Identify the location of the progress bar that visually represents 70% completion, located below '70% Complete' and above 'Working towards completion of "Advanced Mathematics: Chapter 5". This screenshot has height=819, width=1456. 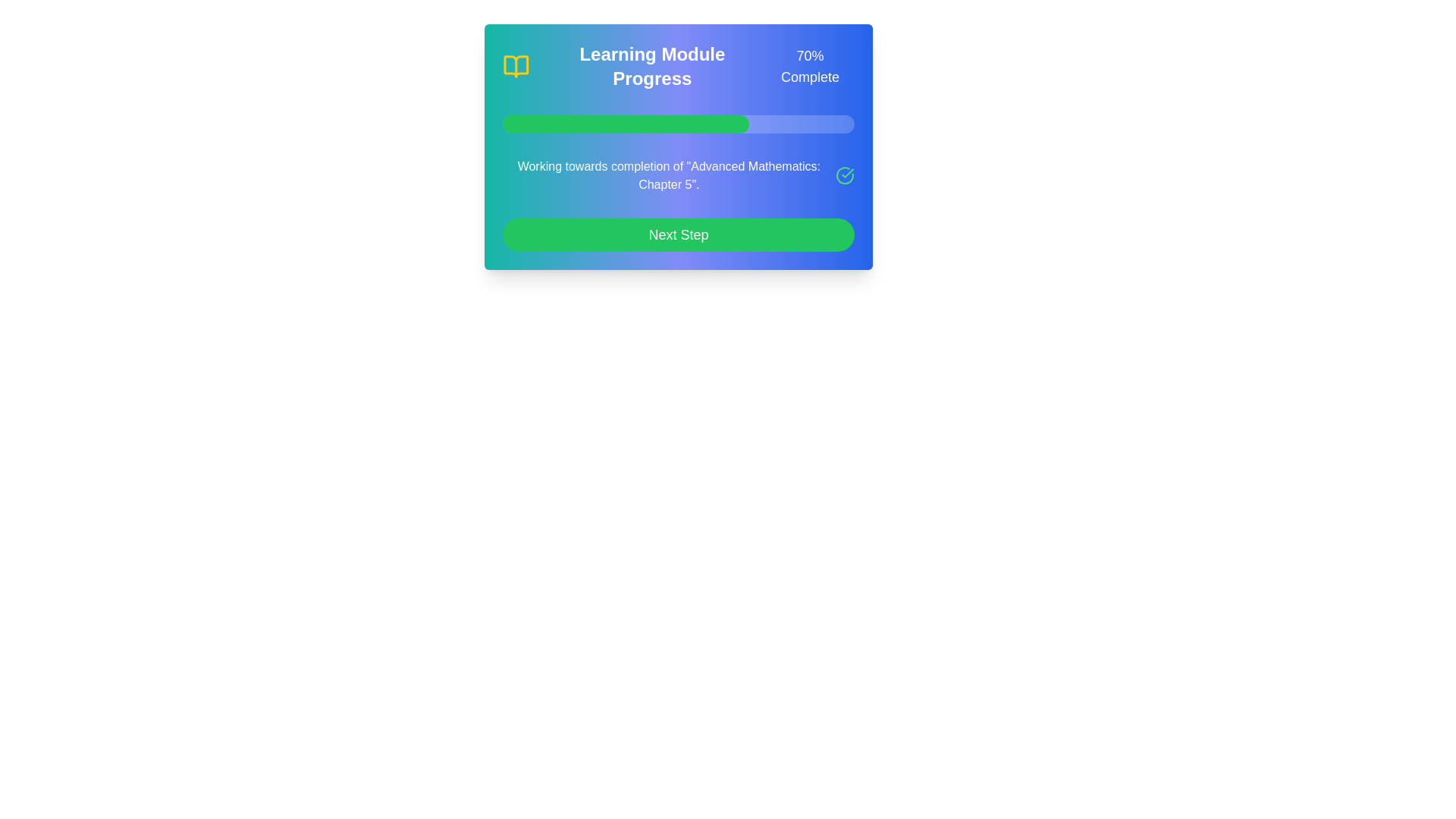
(677, 124).